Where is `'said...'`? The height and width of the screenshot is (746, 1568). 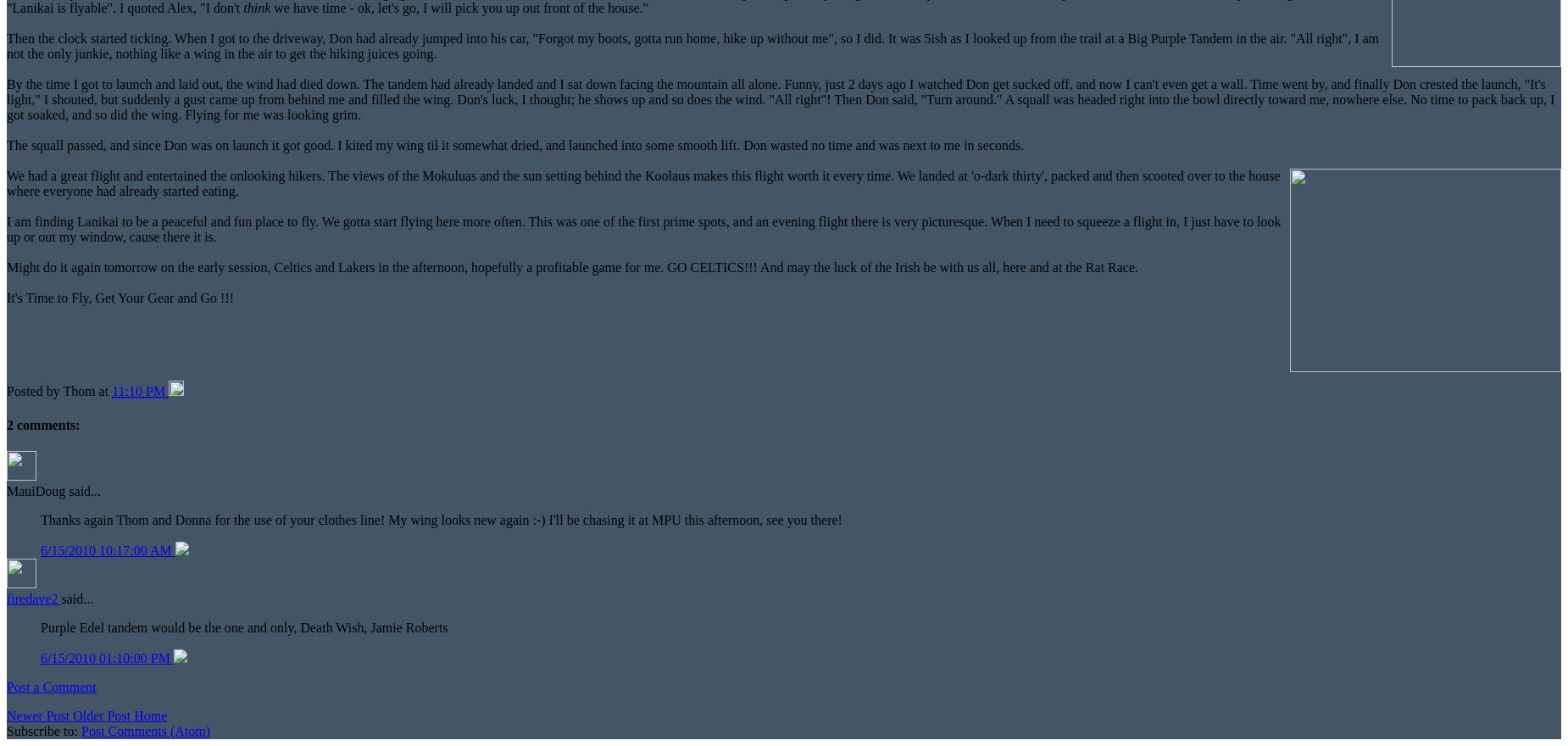 'said...' is located at coordinates (76, 598).